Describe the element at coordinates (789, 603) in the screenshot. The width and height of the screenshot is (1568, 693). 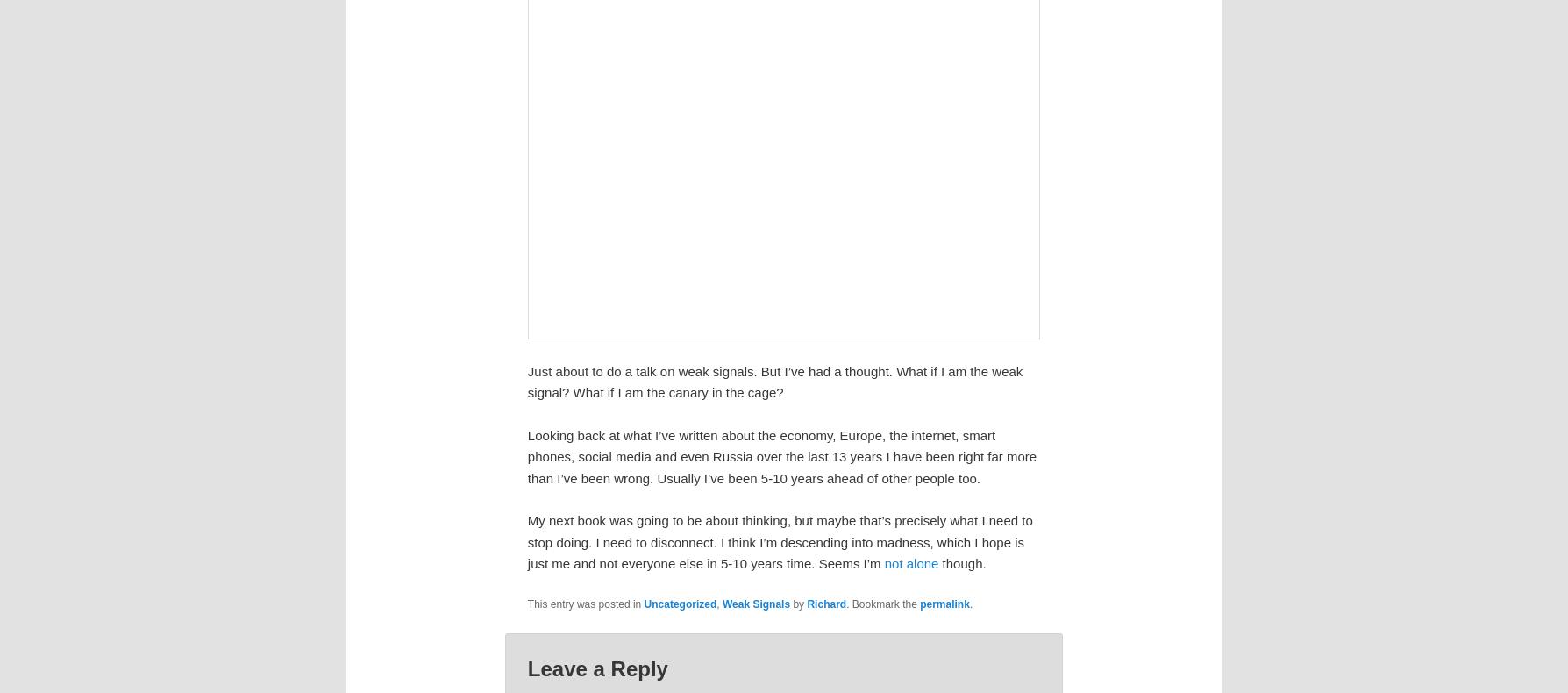
I see `'by'` at that location.